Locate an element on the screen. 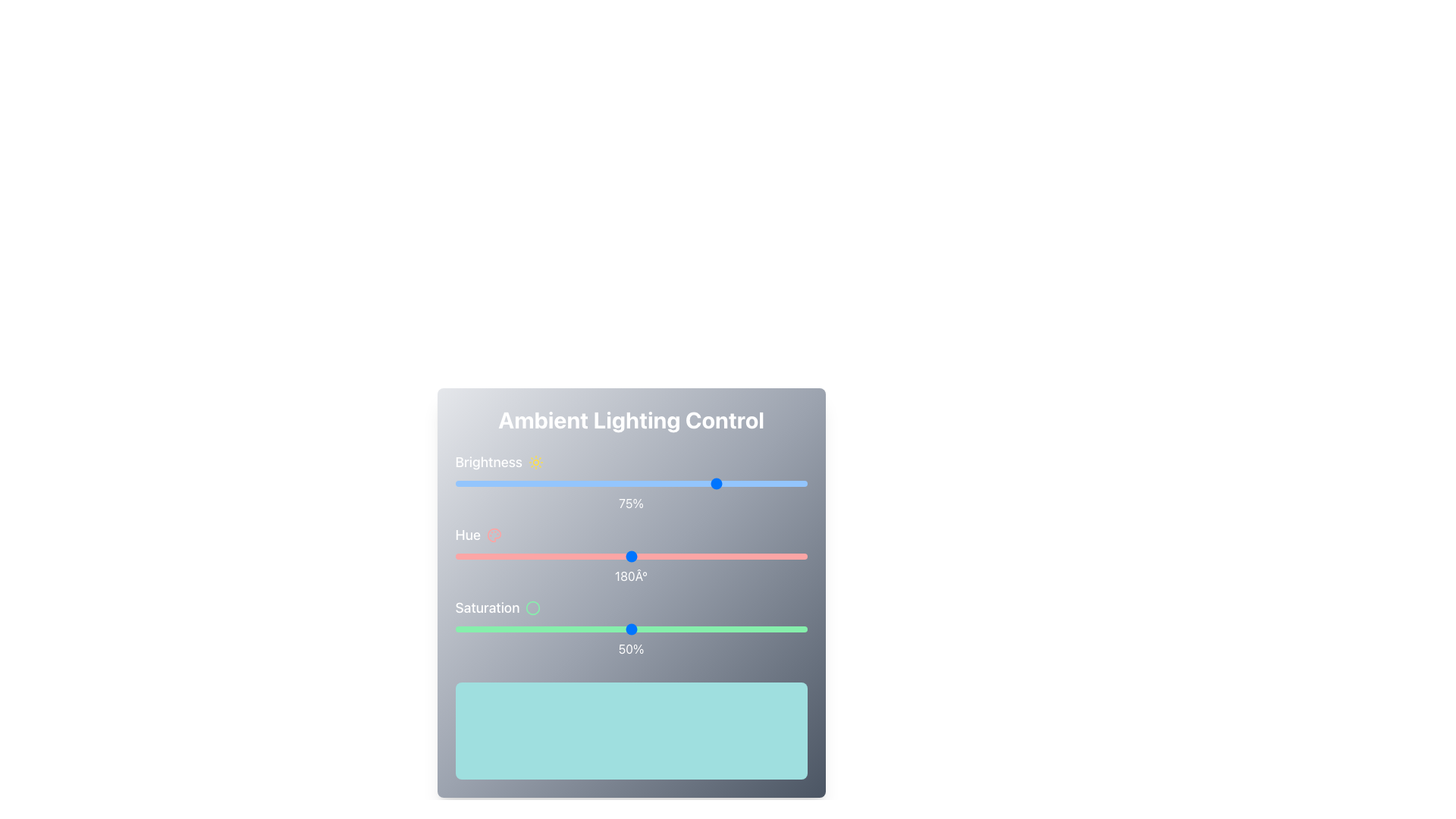  saturation is located at coordinates (570, 629).